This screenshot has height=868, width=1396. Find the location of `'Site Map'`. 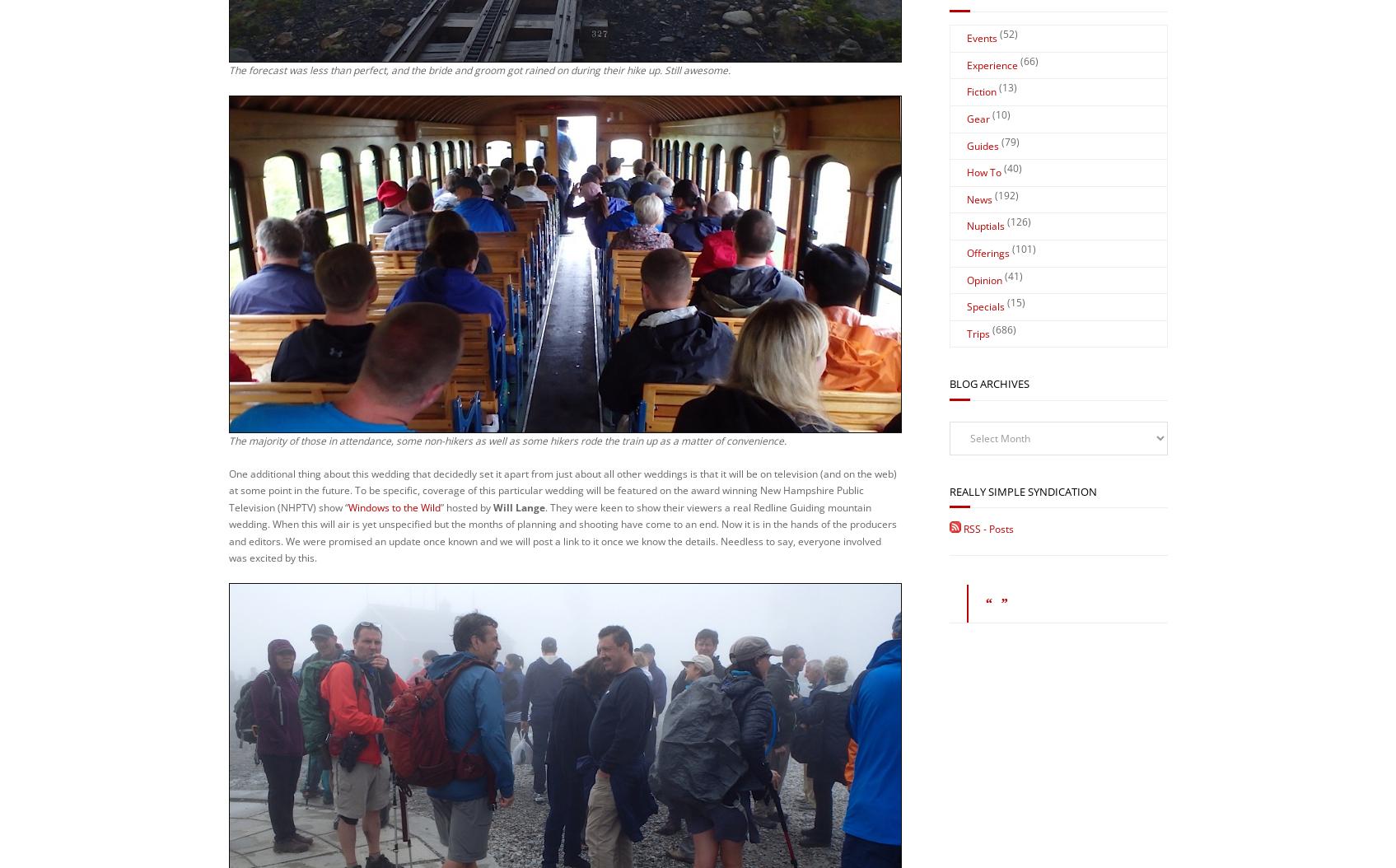

'Site Map' is located at coordinates (665, 780).